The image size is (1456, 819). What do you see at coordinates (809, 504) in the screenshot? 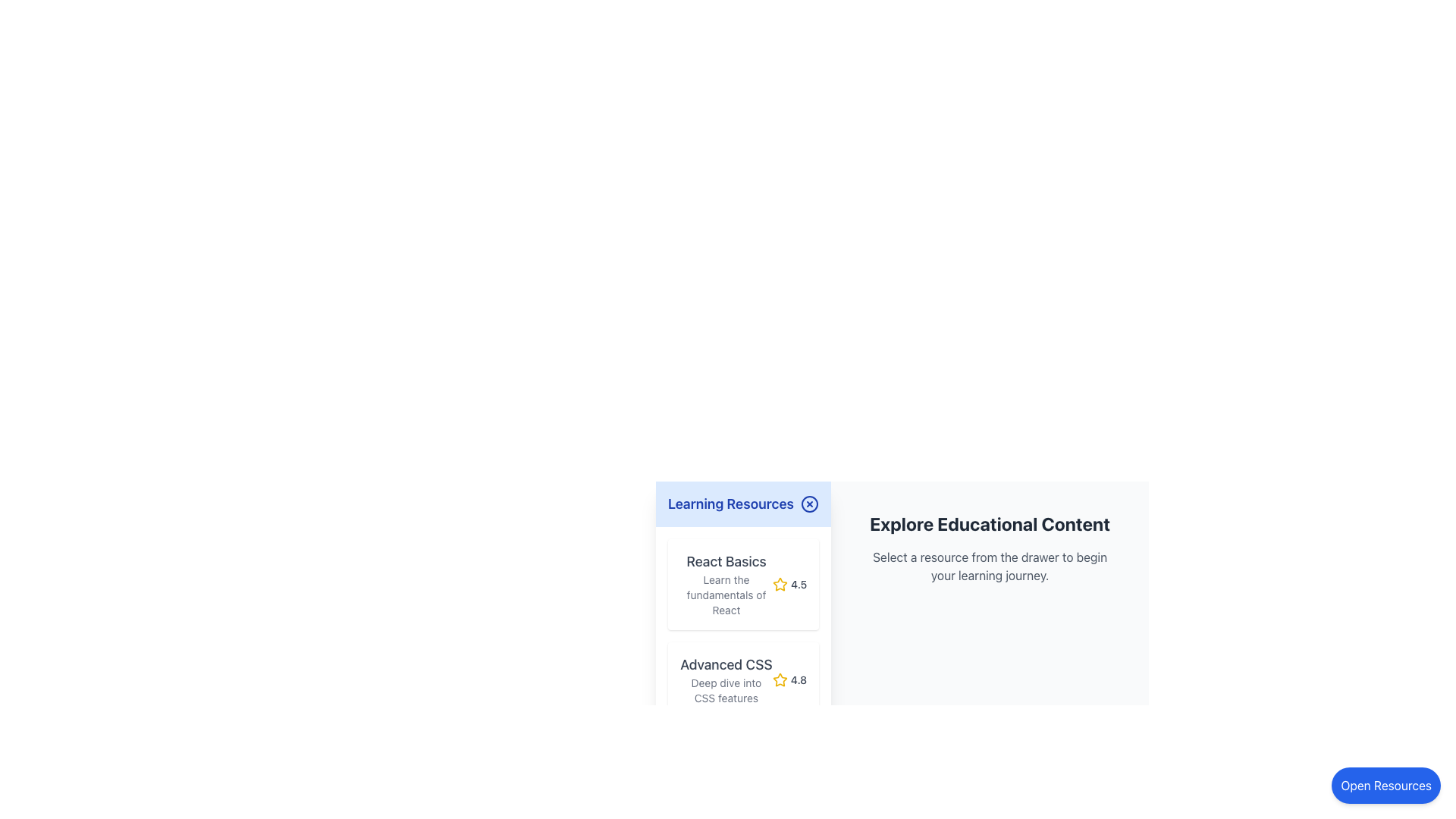
I see `the close button located at the top-right corner of the 'Learning Resources' header` at bounding box center [809, 504].